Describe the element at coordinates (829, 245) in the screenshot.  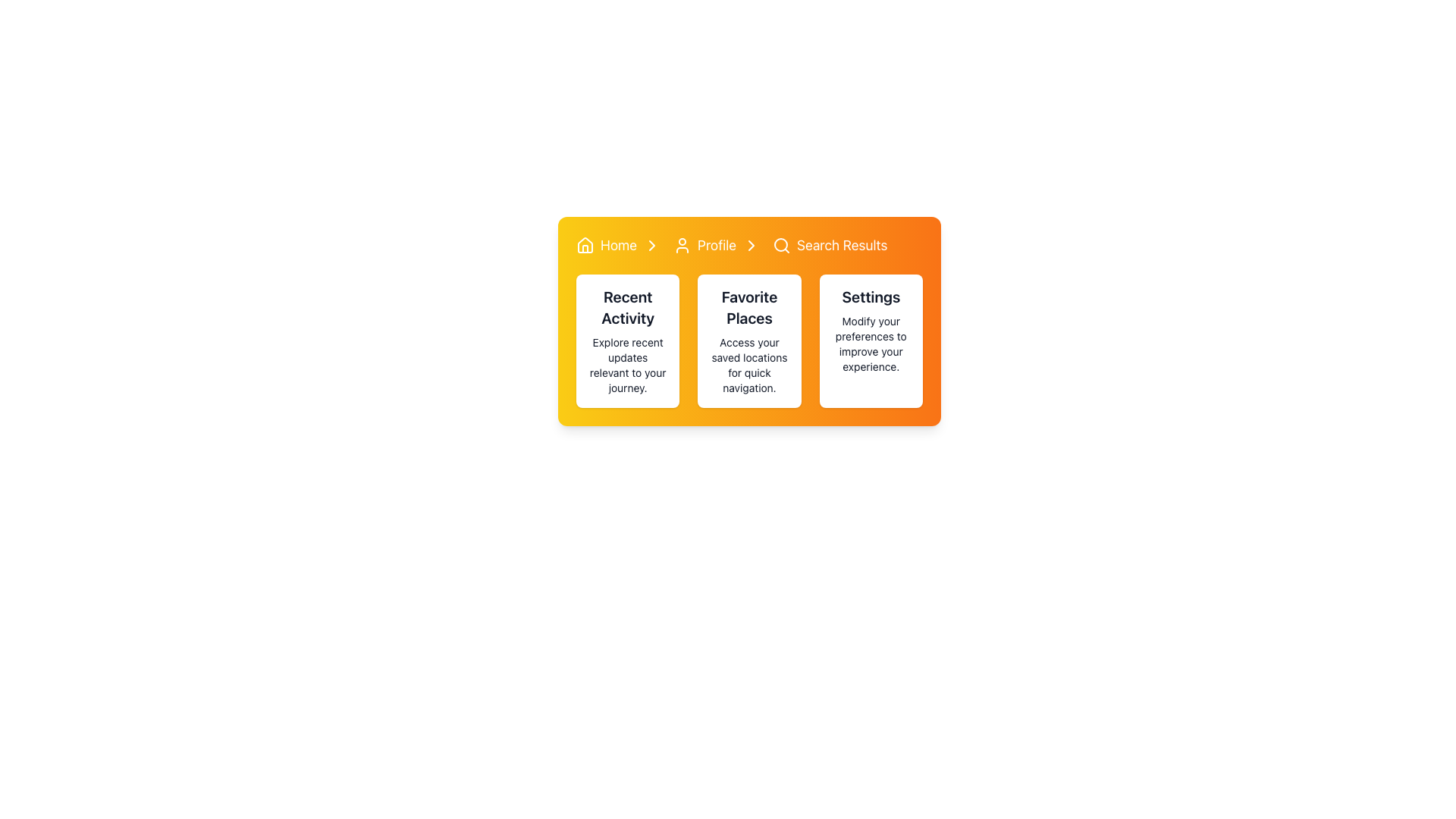
I see `the 'Search Results' navigational link` at that location.